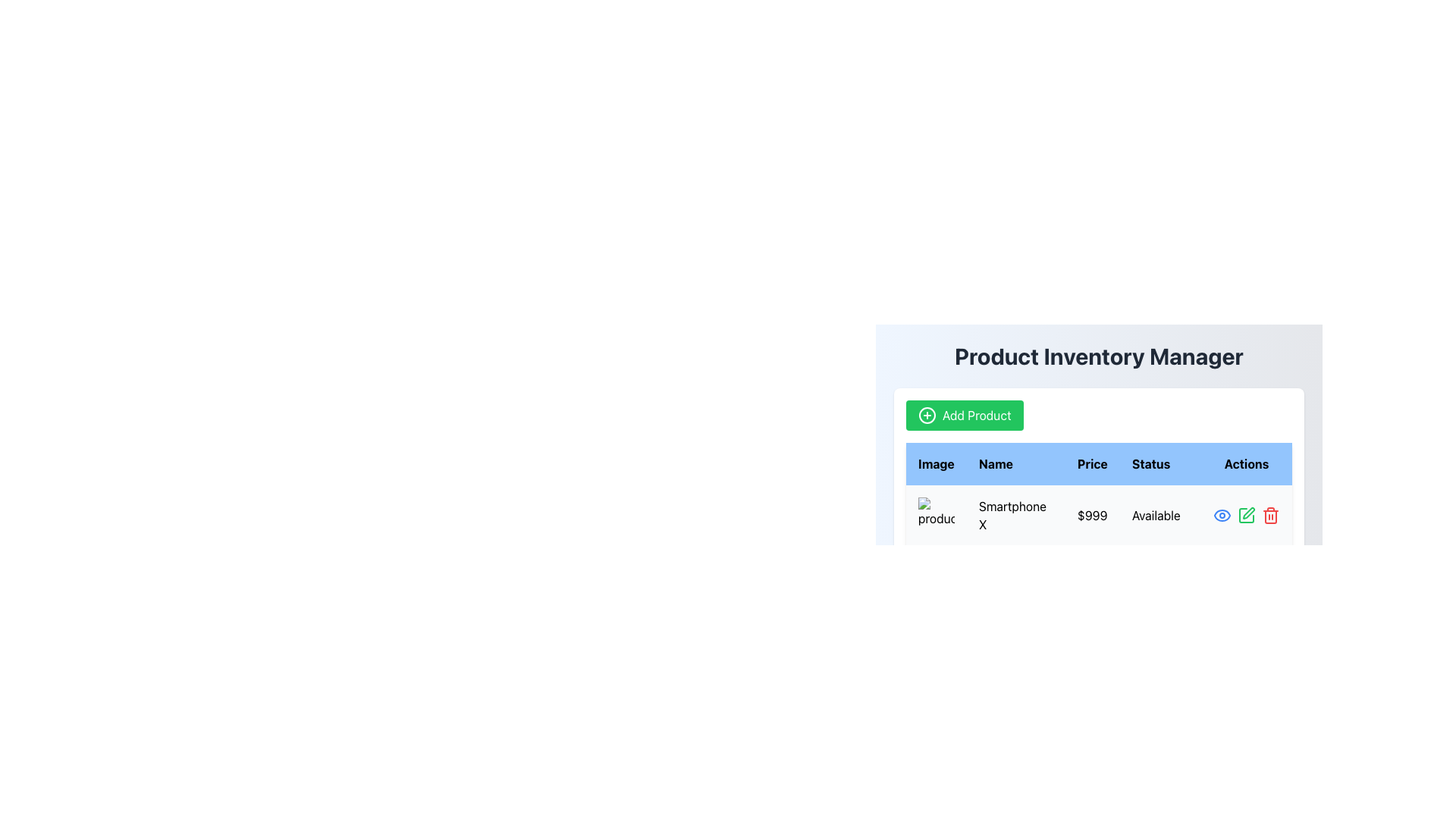 Image resolution: width=1456 pixels, height=819 pixels. Describe the element at coordinates (1245, 514) in the screenshot. I see `the green pencil icon in the 'Actions' column` at that location.